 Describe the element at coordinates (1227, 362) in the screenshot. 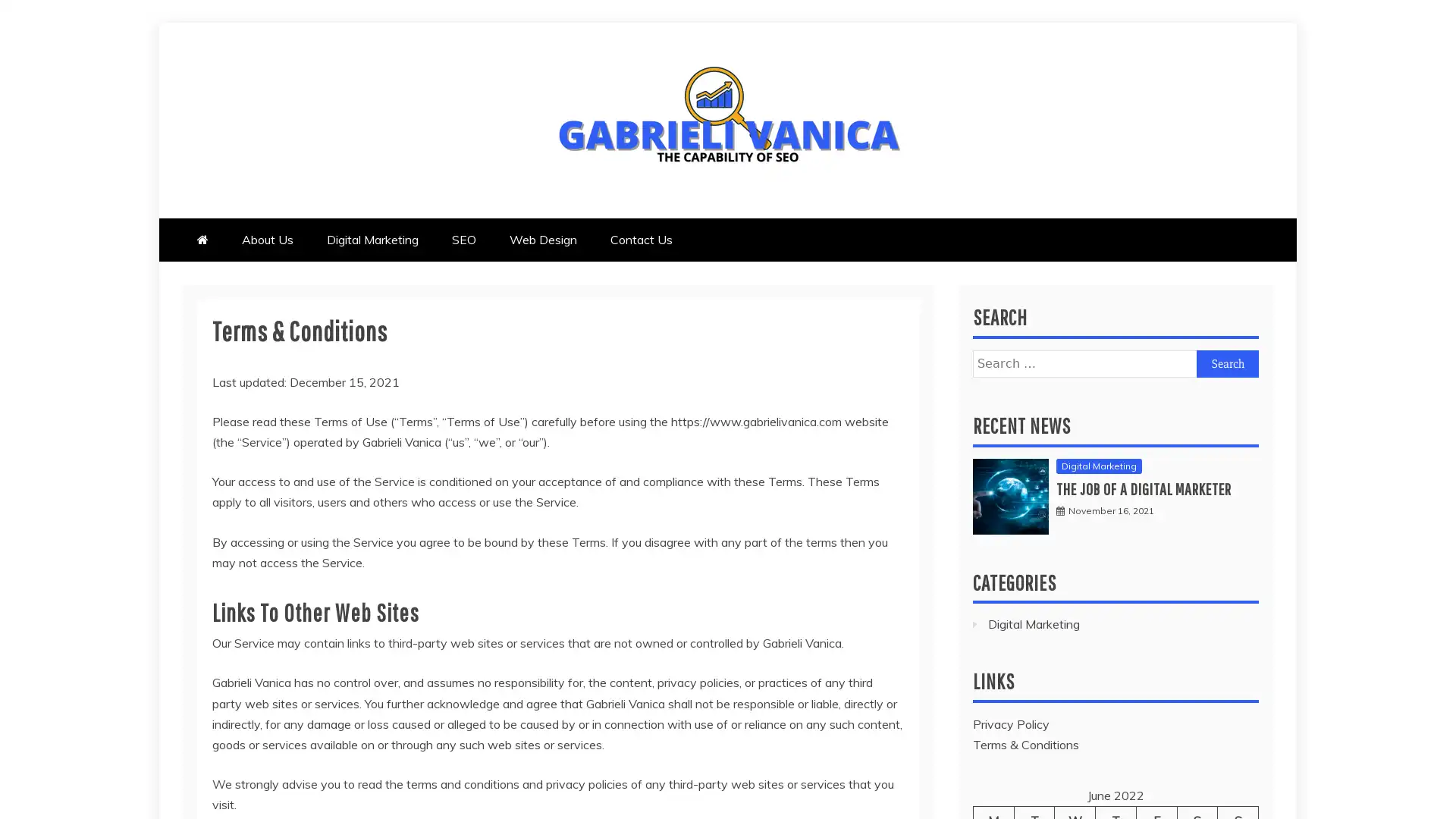

I see `Search` at that location.